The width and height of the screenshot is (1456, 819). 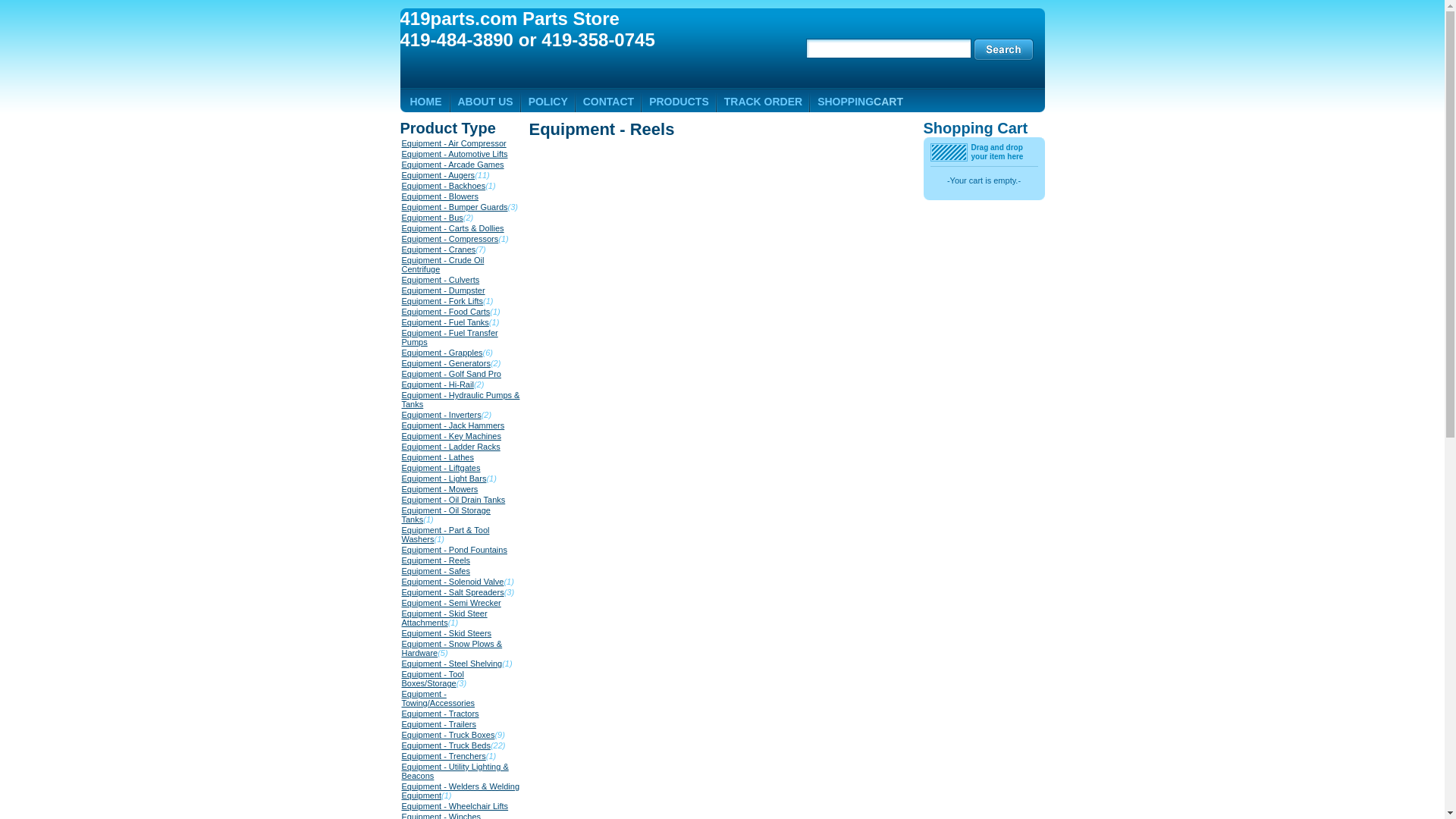 What do you see at coordinates (860, 102) in the screenshot?
I see `'SHOPPINGCART'` at bounding box center [860, 102].